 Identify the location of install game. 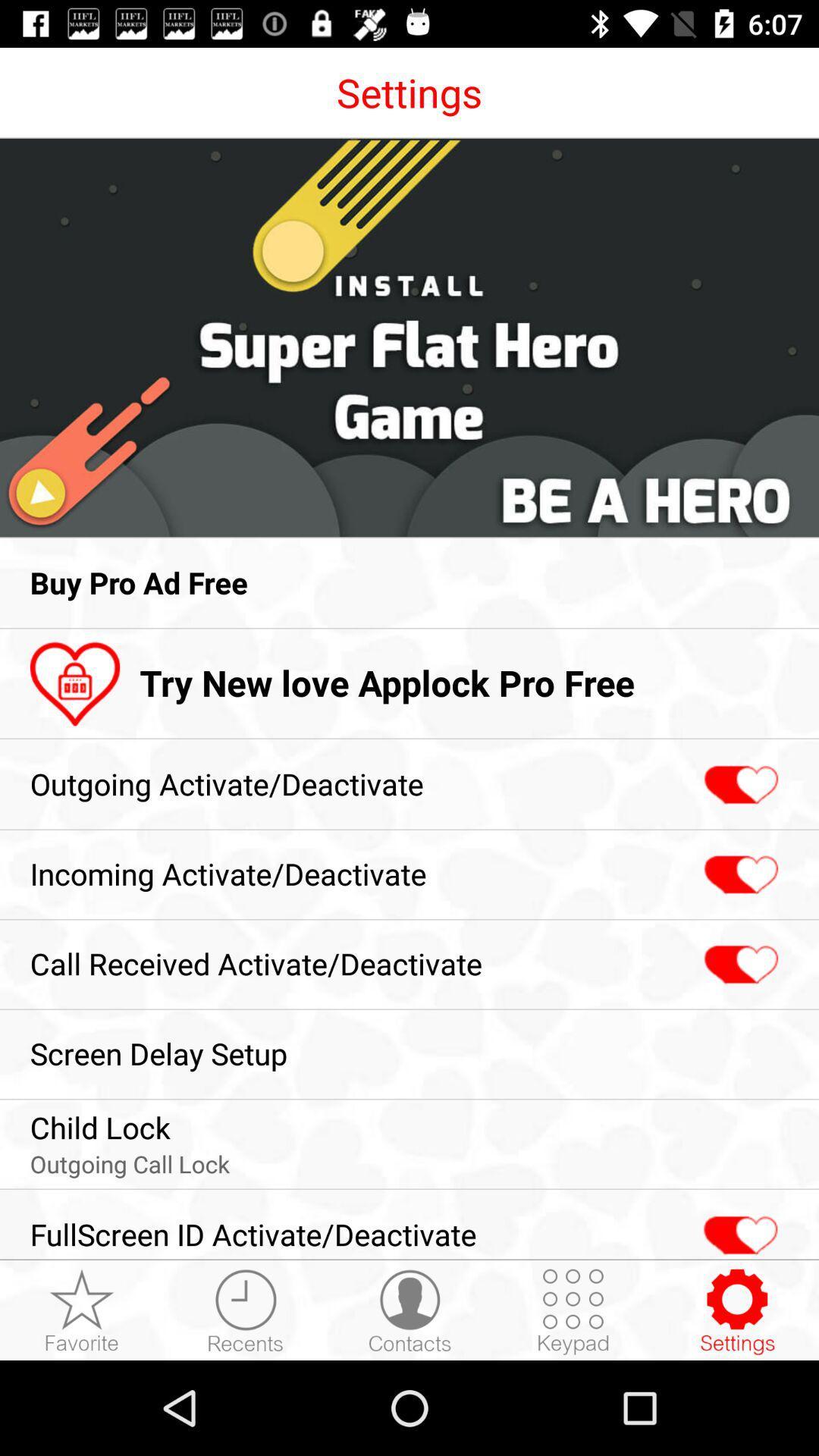
(409, 337).